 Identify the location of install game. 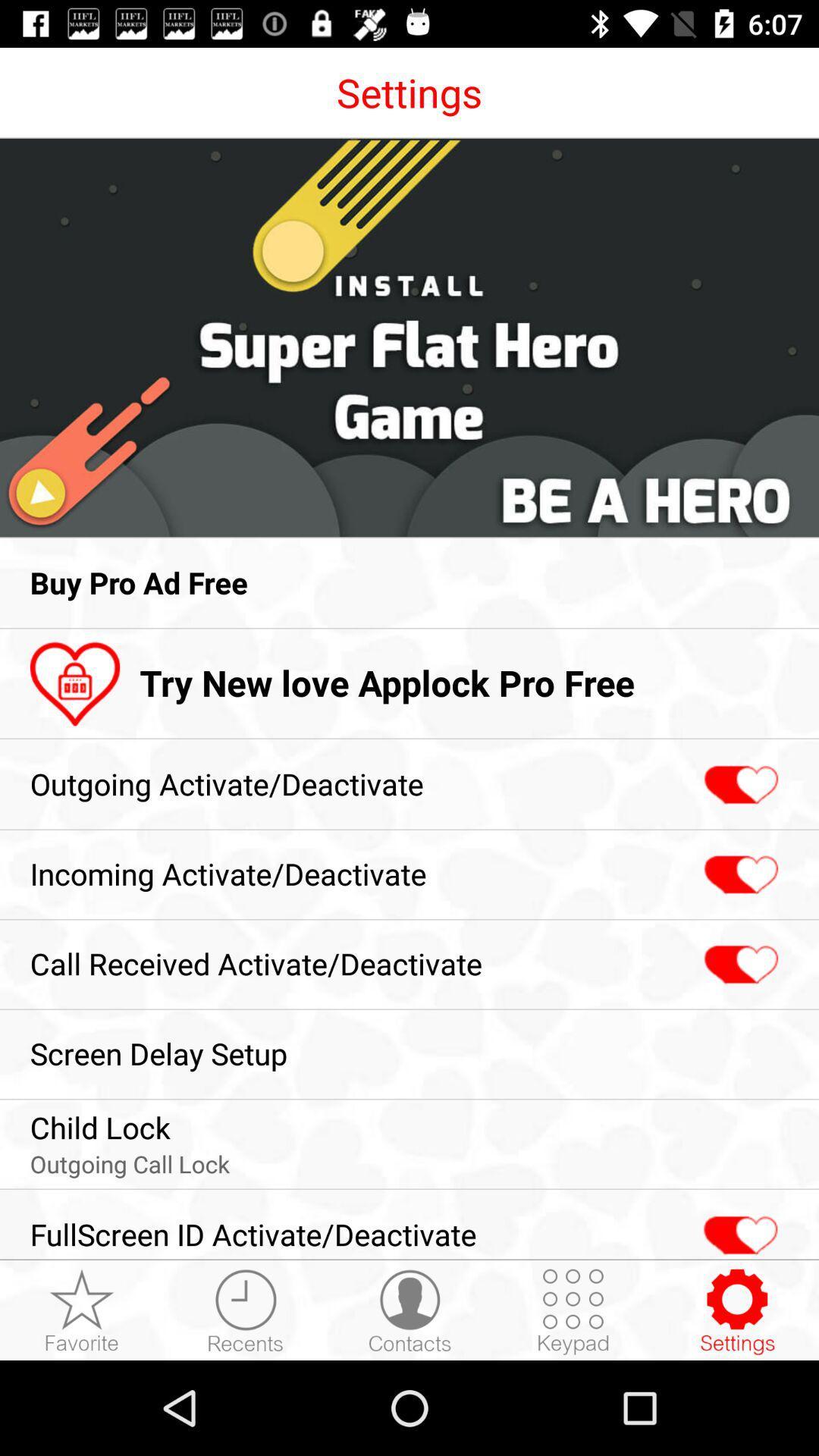
(409, 337).